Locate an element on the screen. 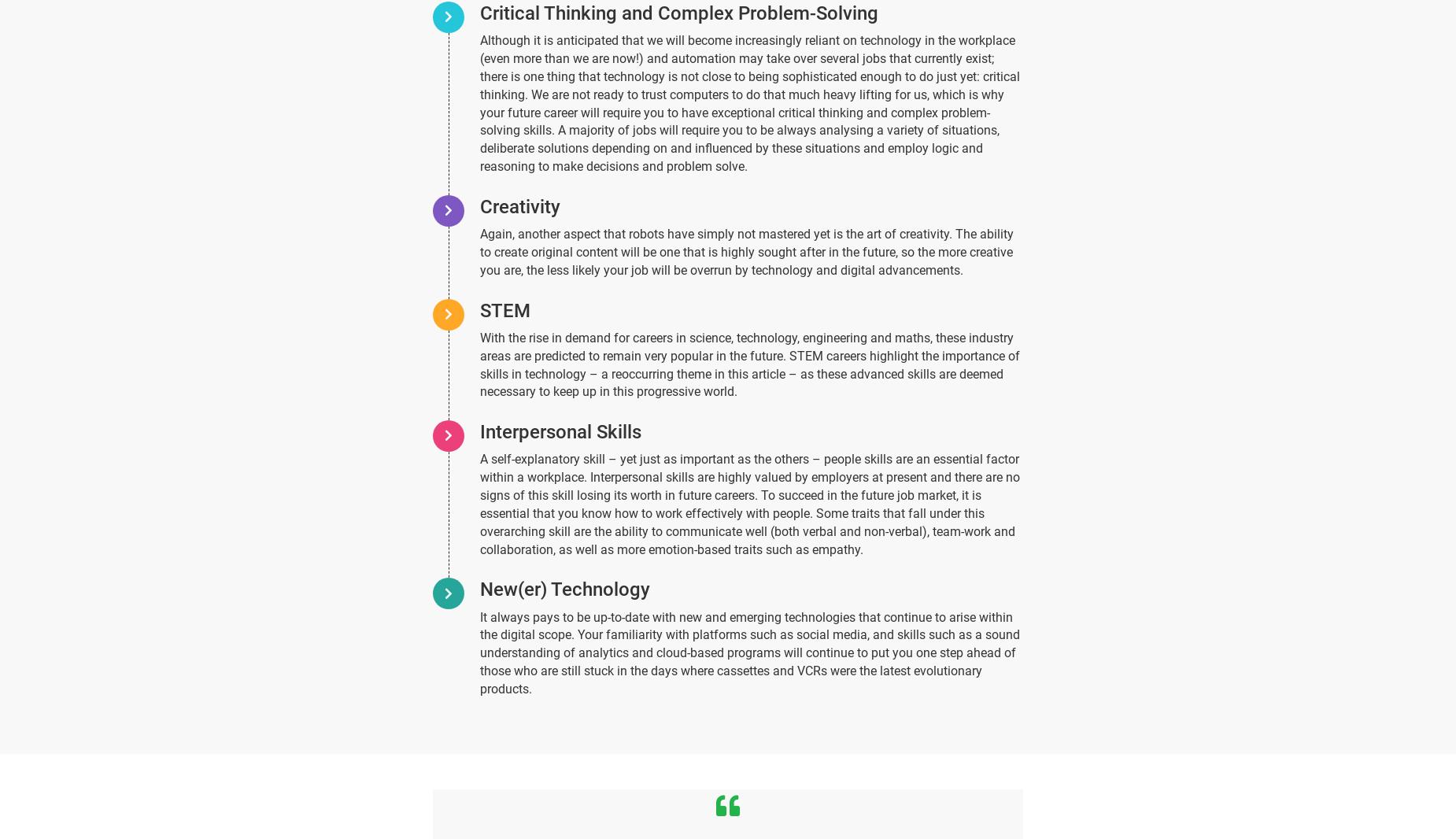 Image resolution: width=1456 pixels, height=839 pixels. 'With the rise in demand for careers in science, technology, engineering and maths, these industry areas are predicted to remain very popular in the future. STEM careers highlight the importance of skills in technology – a reoccurring theme in this article – as these advanced skills are deemed necessary to keep up in this progressive world.' is located at coordinates (748, 364).